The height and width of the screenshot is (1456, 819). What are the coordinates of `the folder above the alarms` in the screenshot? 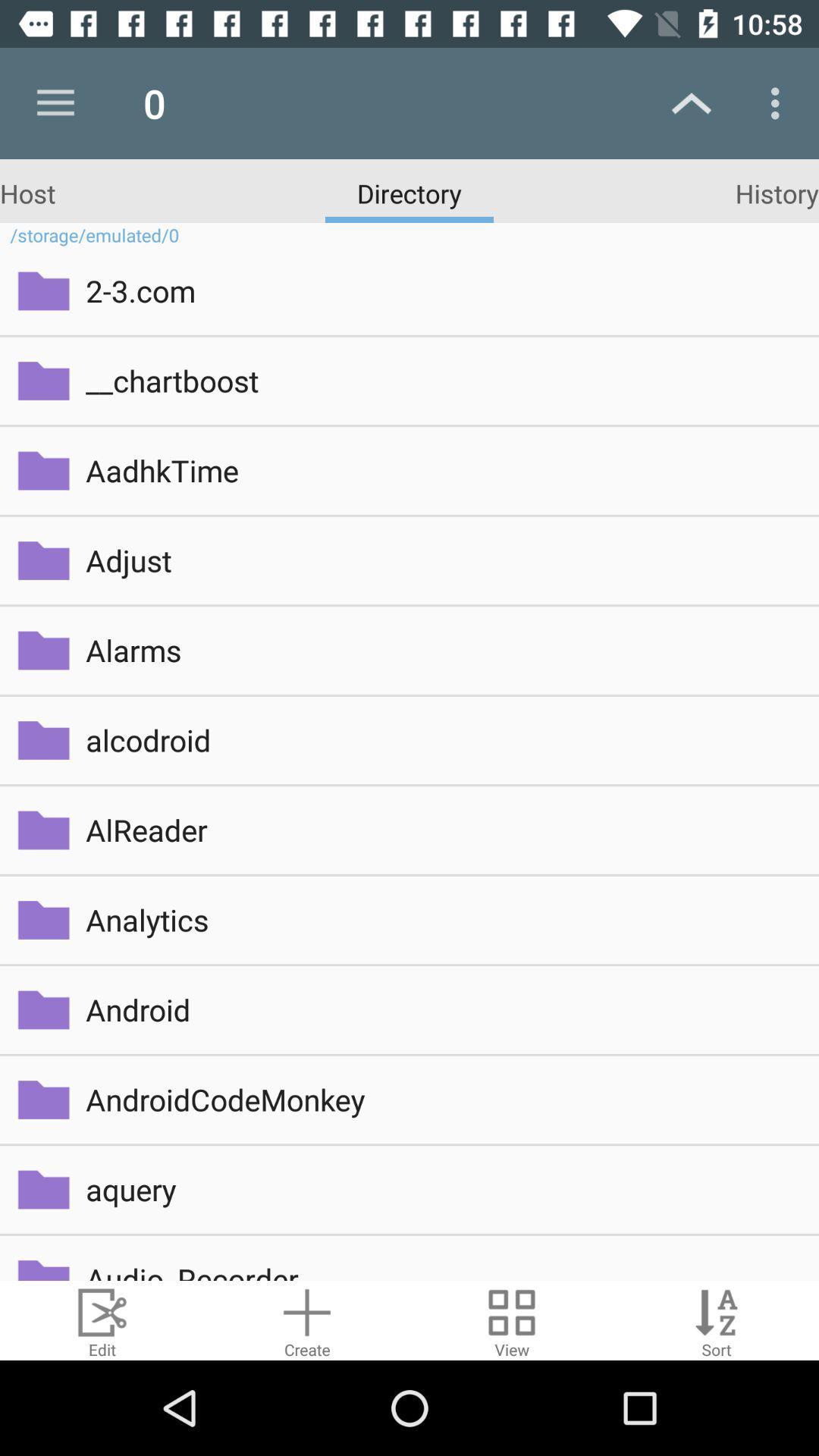 It's located at (42, 560).